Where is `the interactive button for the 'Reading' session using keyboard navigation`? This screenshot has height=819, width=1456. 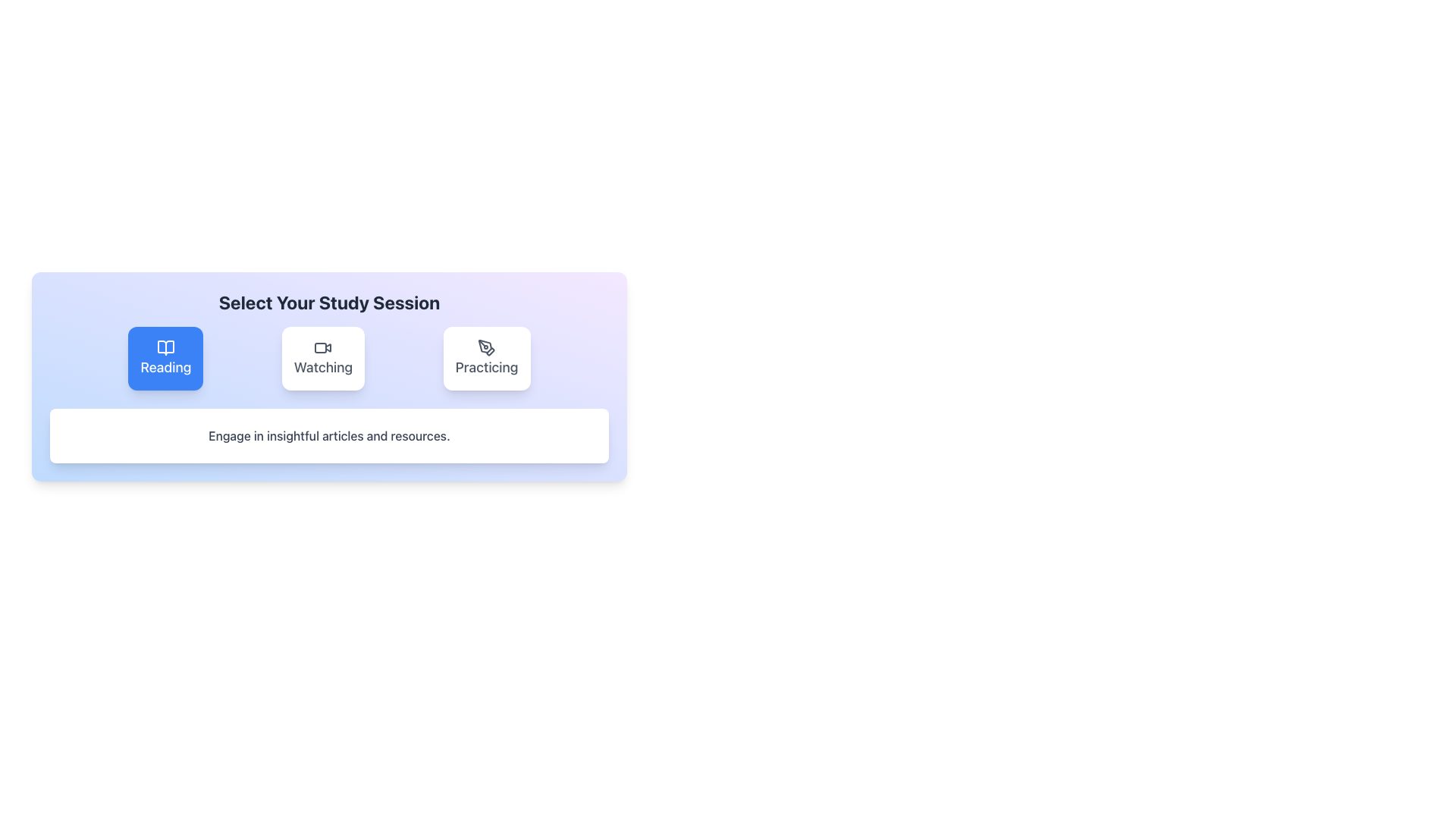
the interactive button for the 'Reading' session using keyboard navigation is located at coordinates (165, 359).